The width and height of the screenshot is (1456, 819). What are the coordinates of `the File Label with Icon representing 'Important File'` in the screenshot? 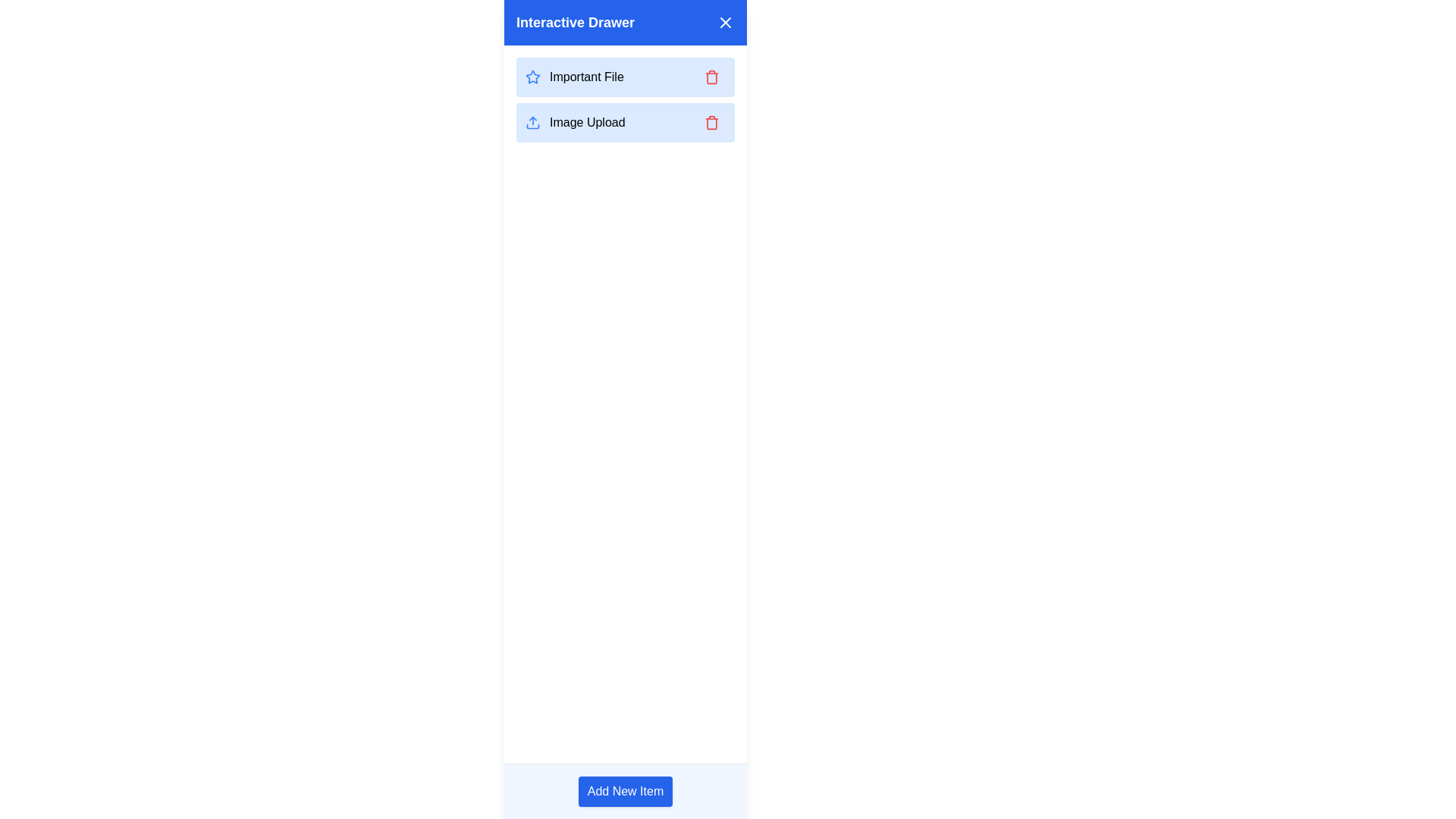 It's located at (573, 77).